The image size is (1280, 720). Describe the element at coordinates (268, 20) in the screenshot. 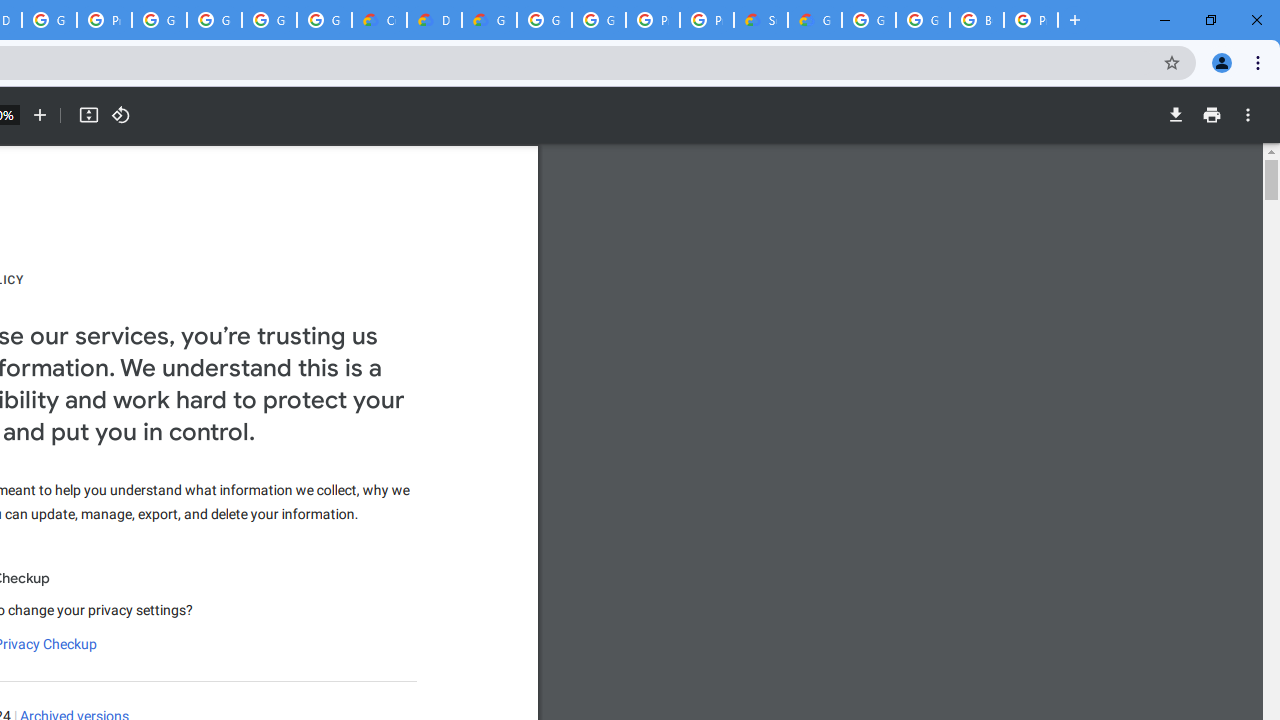

I see `'Google Workspace - Specific Terms'` at that location.